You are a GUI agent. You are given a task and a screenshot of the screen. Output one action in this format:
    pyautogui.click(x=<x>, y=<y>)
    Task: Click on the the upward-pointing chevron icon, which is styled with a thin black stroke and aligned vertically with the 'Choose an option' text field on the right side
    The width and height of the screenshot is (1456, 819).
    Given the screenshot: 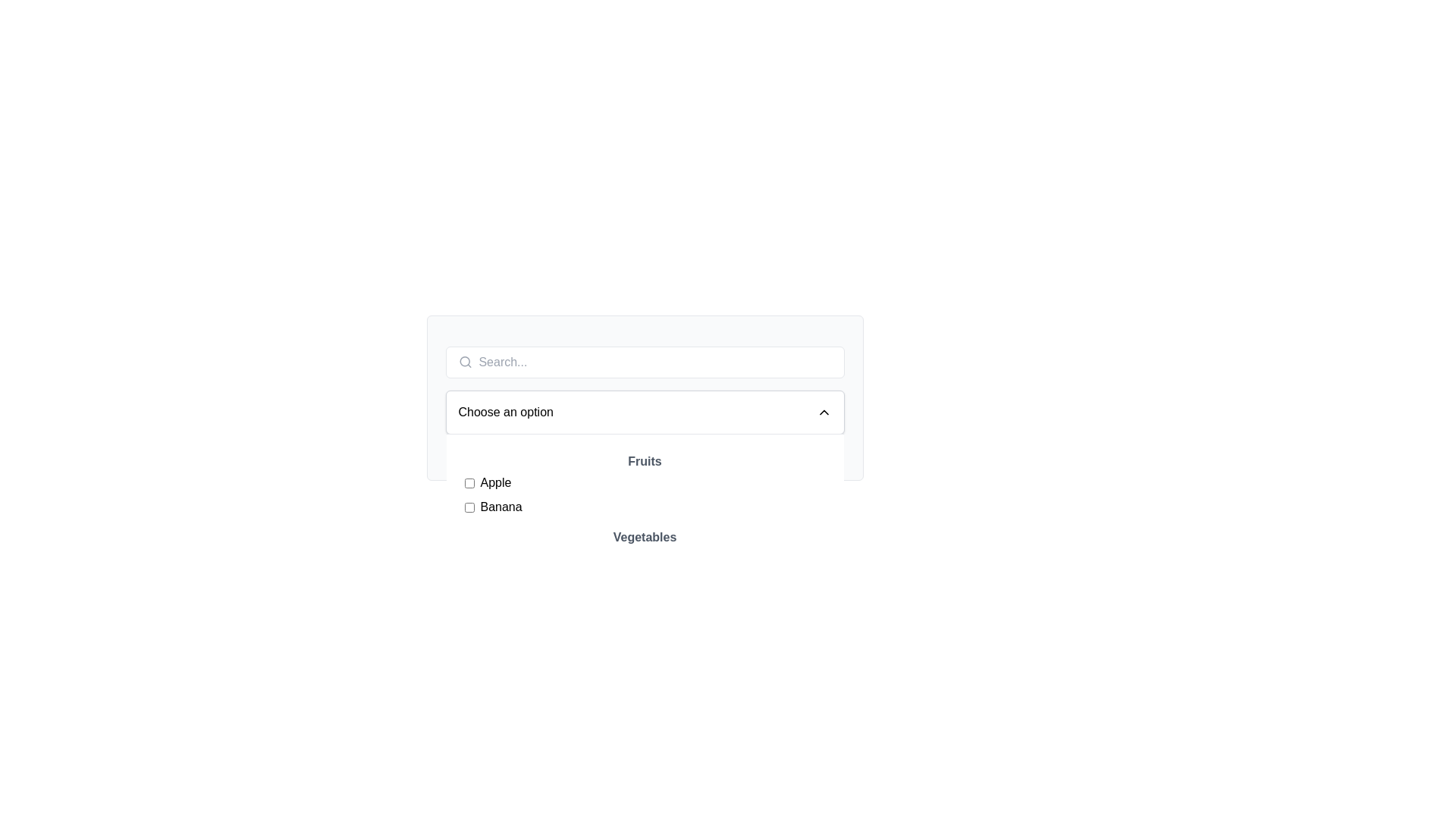 What is the action you would take?
    pyautogui.click(x=823, y=412)
    